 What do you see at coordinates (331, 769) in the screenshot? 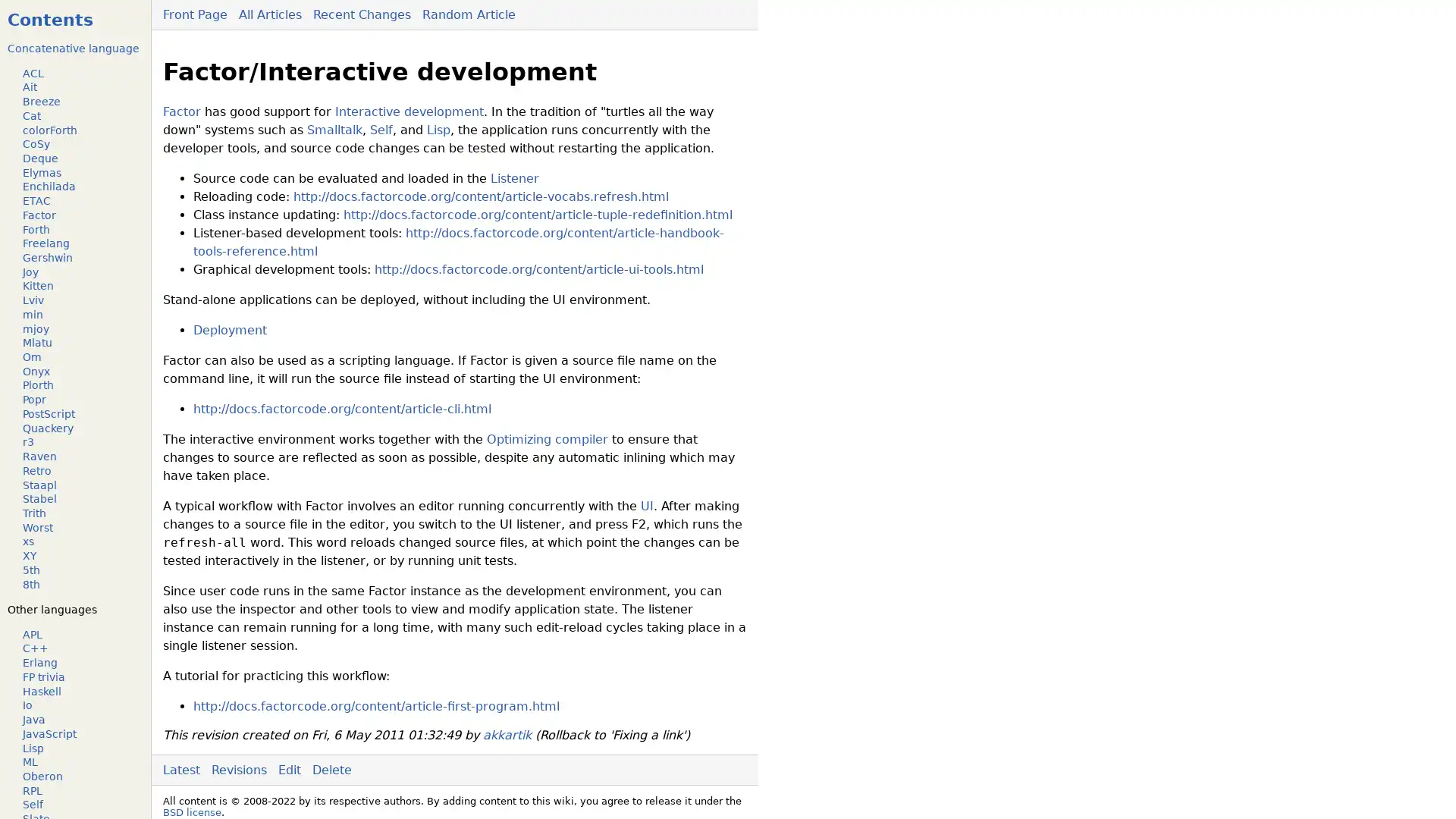
I see `Delete` at bounding box center [331, 769].